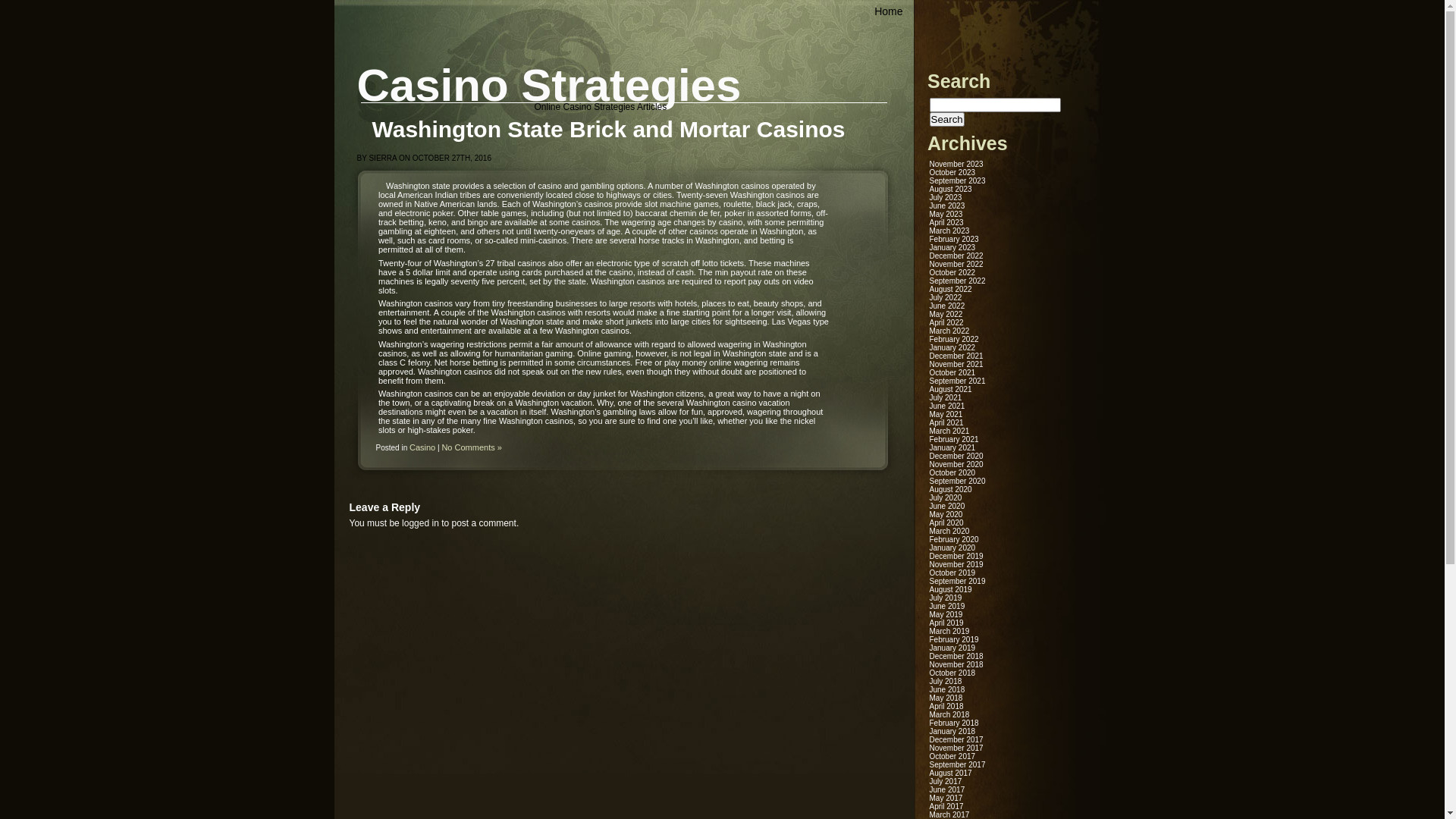 This screenshot has width=1456, height=819. I want to click on 'August 2017', so click(949, 773).